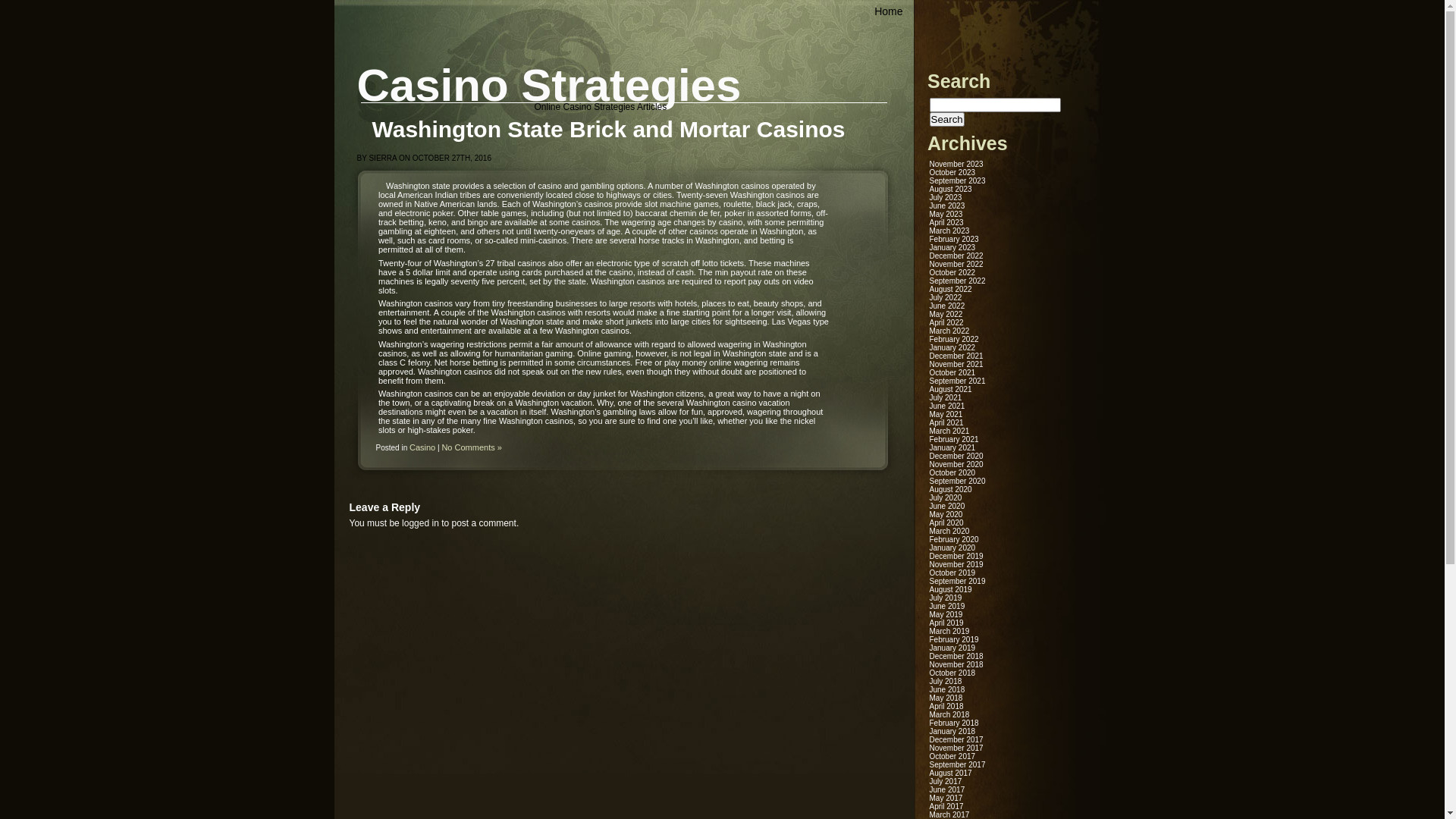 This screenshot has width=1456, height=819. I want to click on 'August 2017', so click(949, 773).